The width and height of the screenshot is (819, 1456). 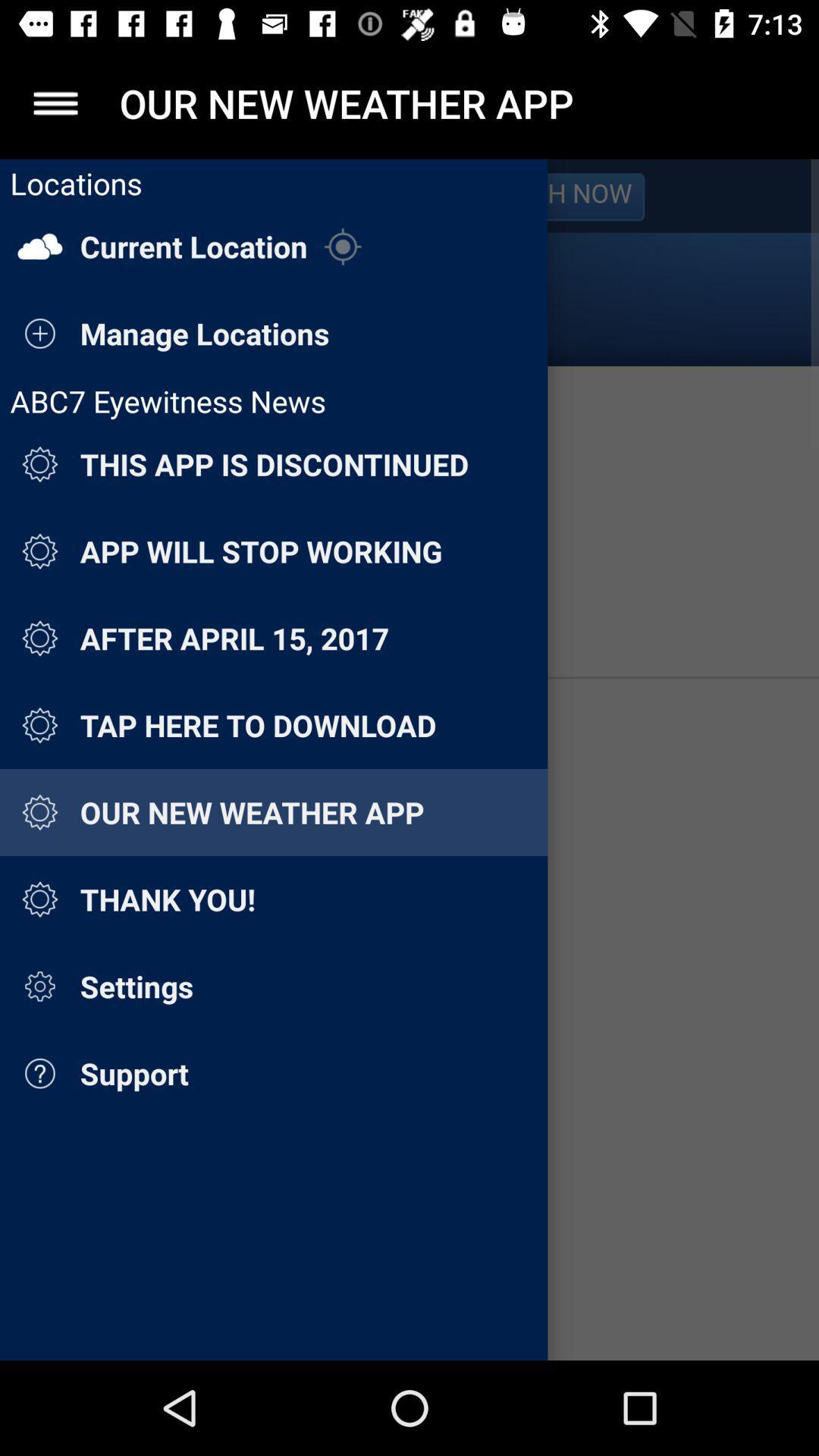 What do you see at coordinates (55, 102) in the screenshot?
I see `sidebar menu` at bounding box center [55, 102].